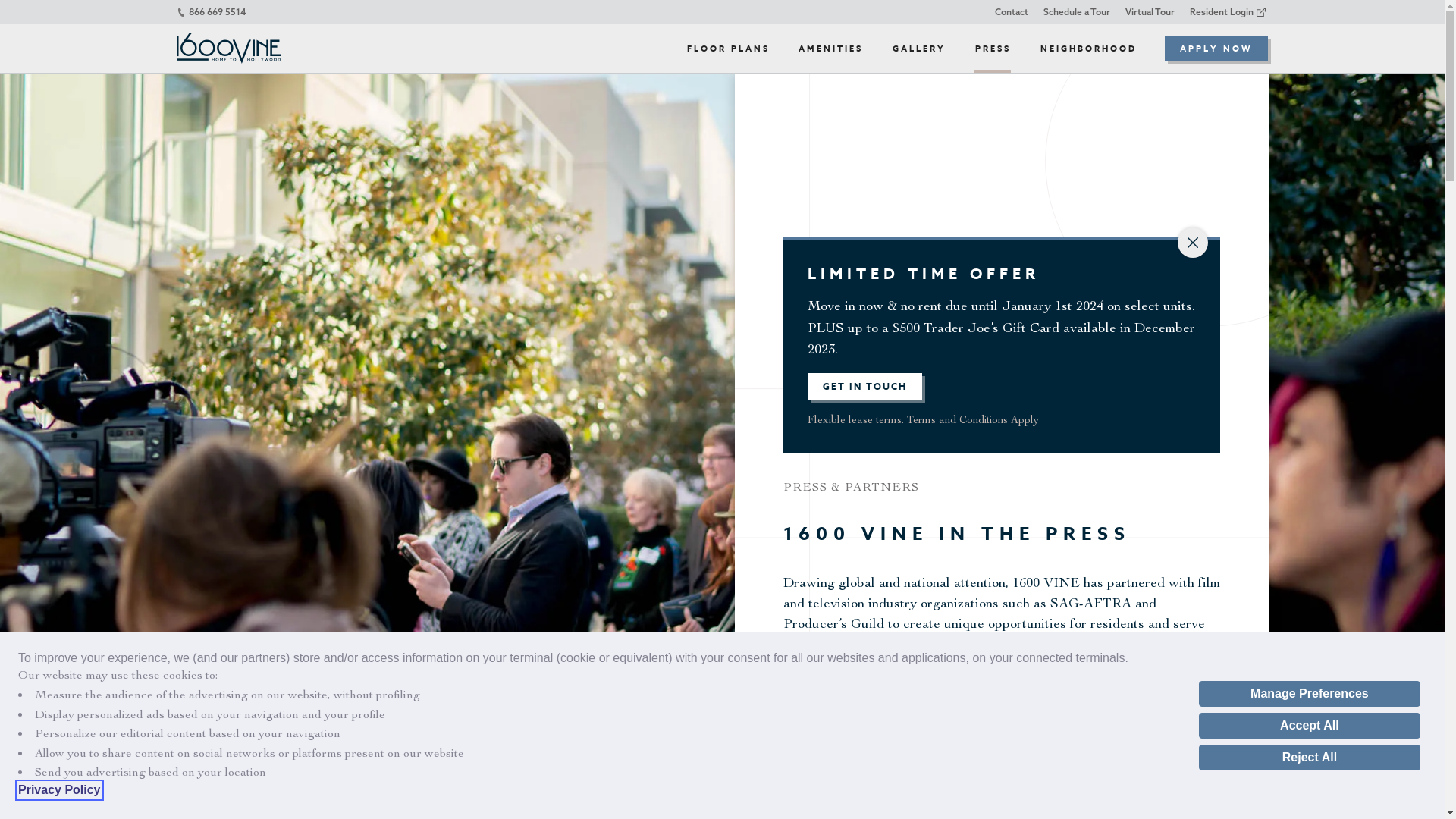 The image size is (1456, 819). I want to click on 'APPLY NOW', so click(1164, 48).